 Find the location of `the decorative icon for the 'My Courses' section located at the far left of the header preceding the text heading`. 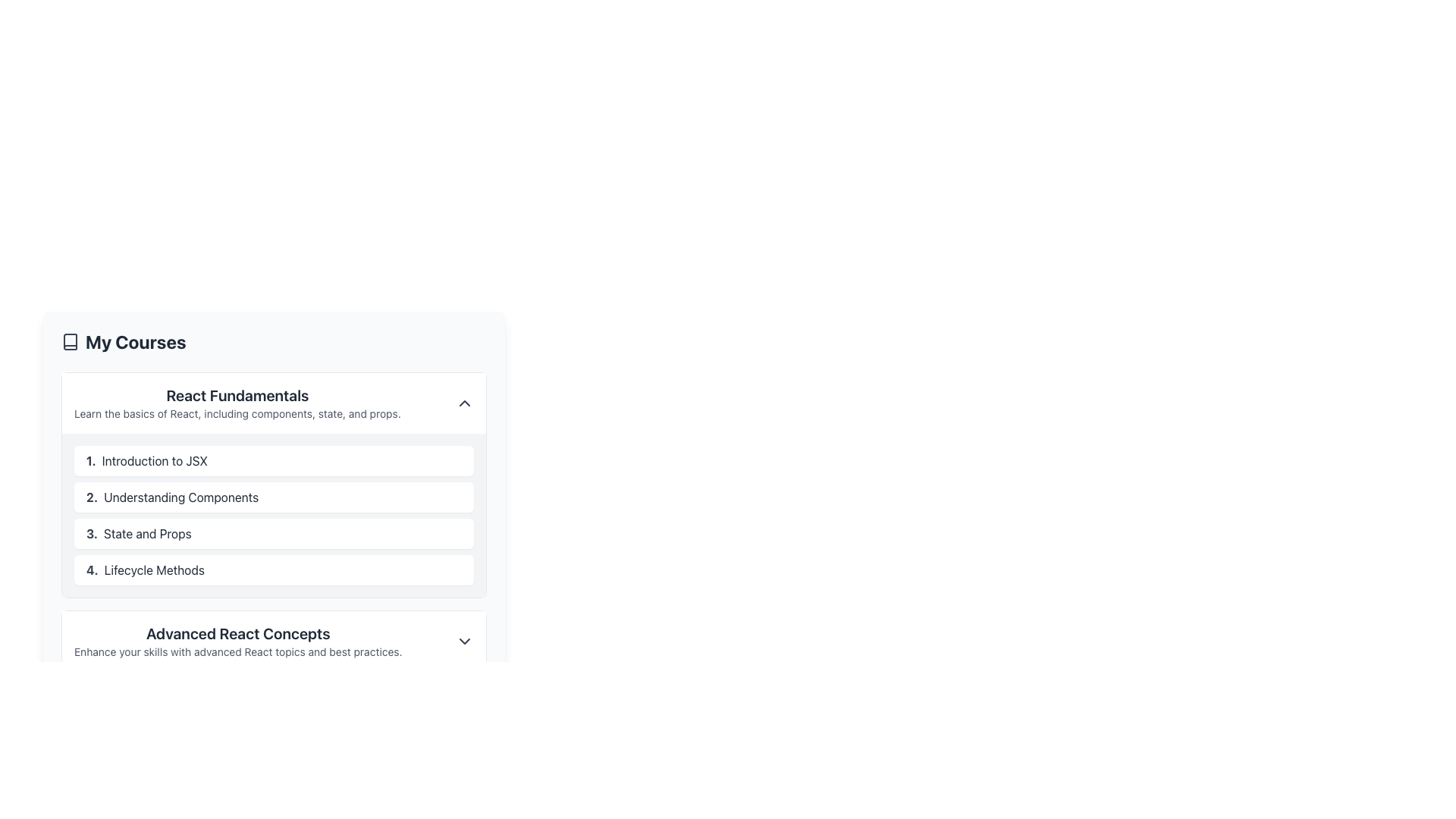

the decorative icon for the 'My Courses' section located at the far left of the header preceding the text heading is located at coordinates (69, 342).